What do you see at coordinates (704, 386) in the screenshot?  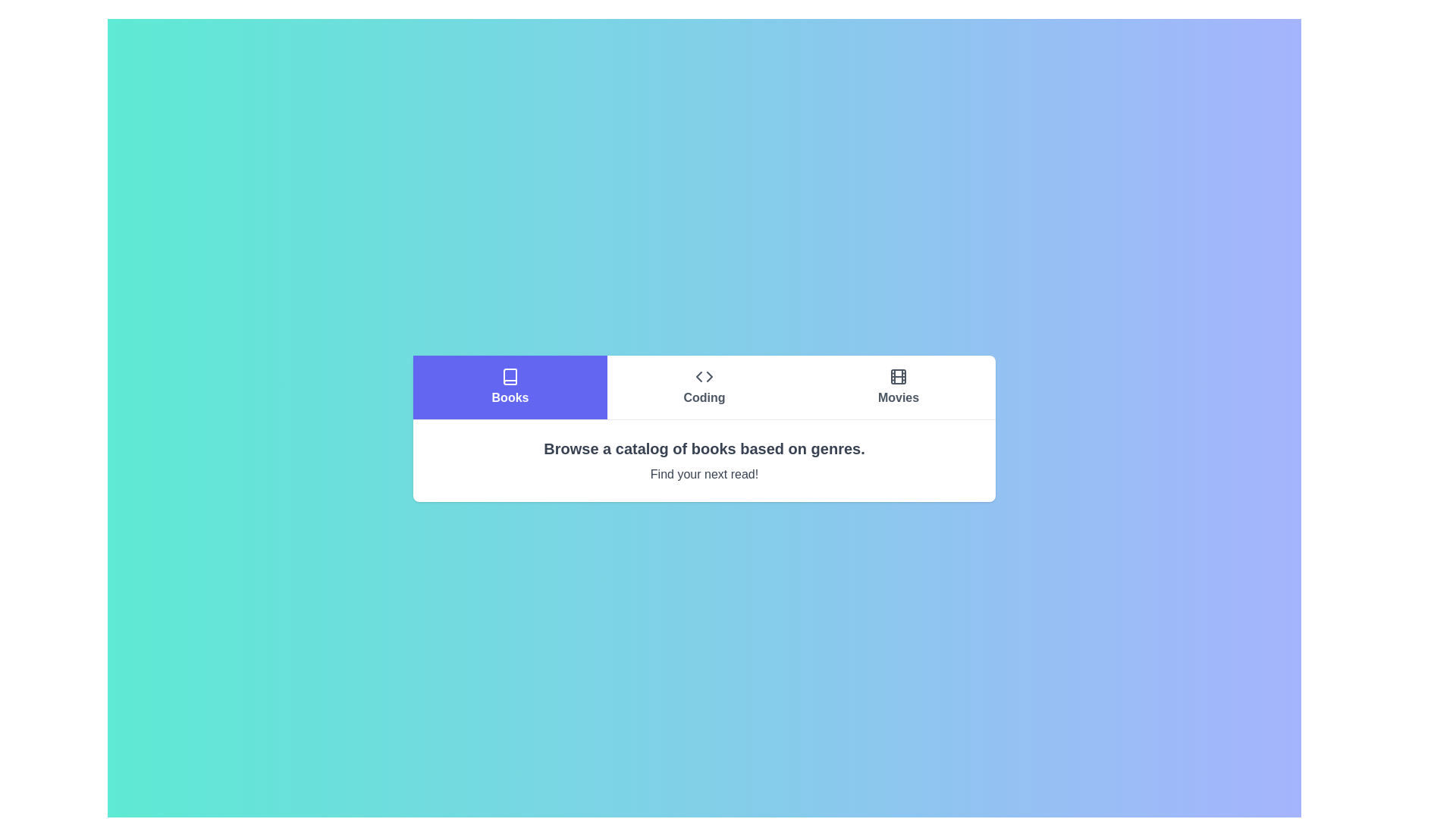 I see `the button labeled Coding to observe its hover state` at bounding box center [704, 386].